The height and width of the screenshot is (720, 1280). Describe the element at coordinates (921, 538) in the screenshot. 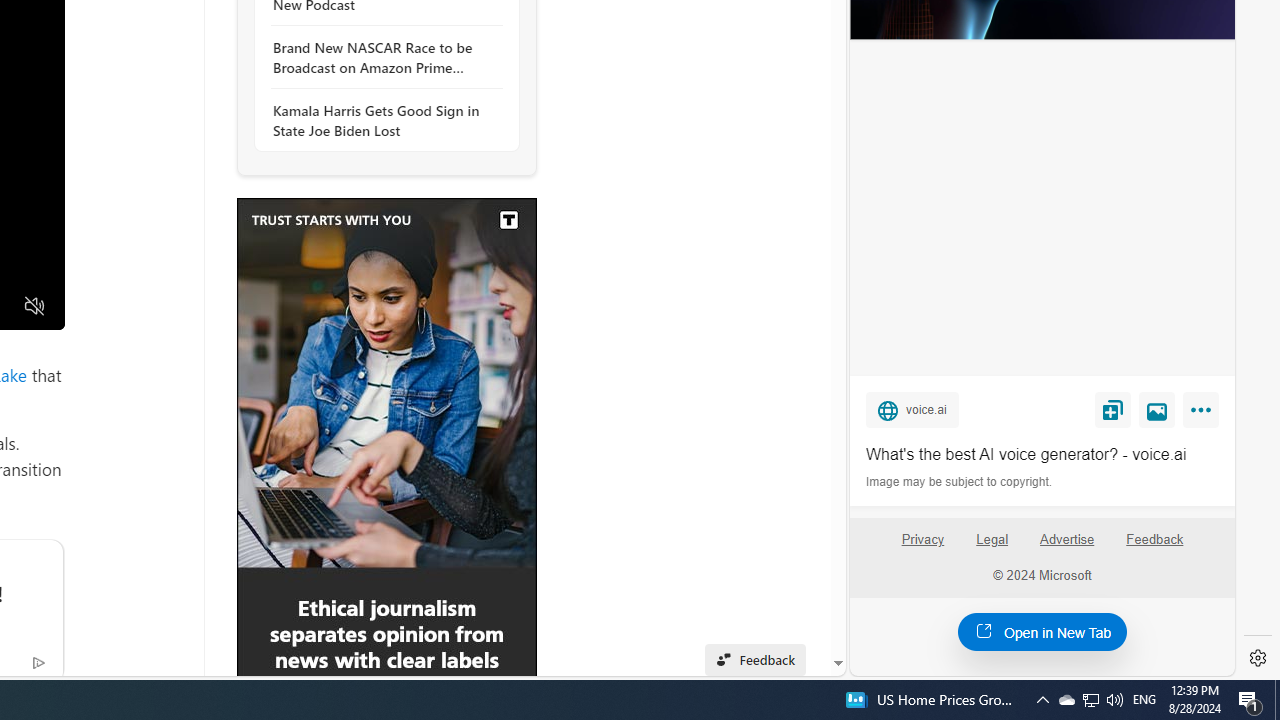

I see `'Privacy'` at that location.